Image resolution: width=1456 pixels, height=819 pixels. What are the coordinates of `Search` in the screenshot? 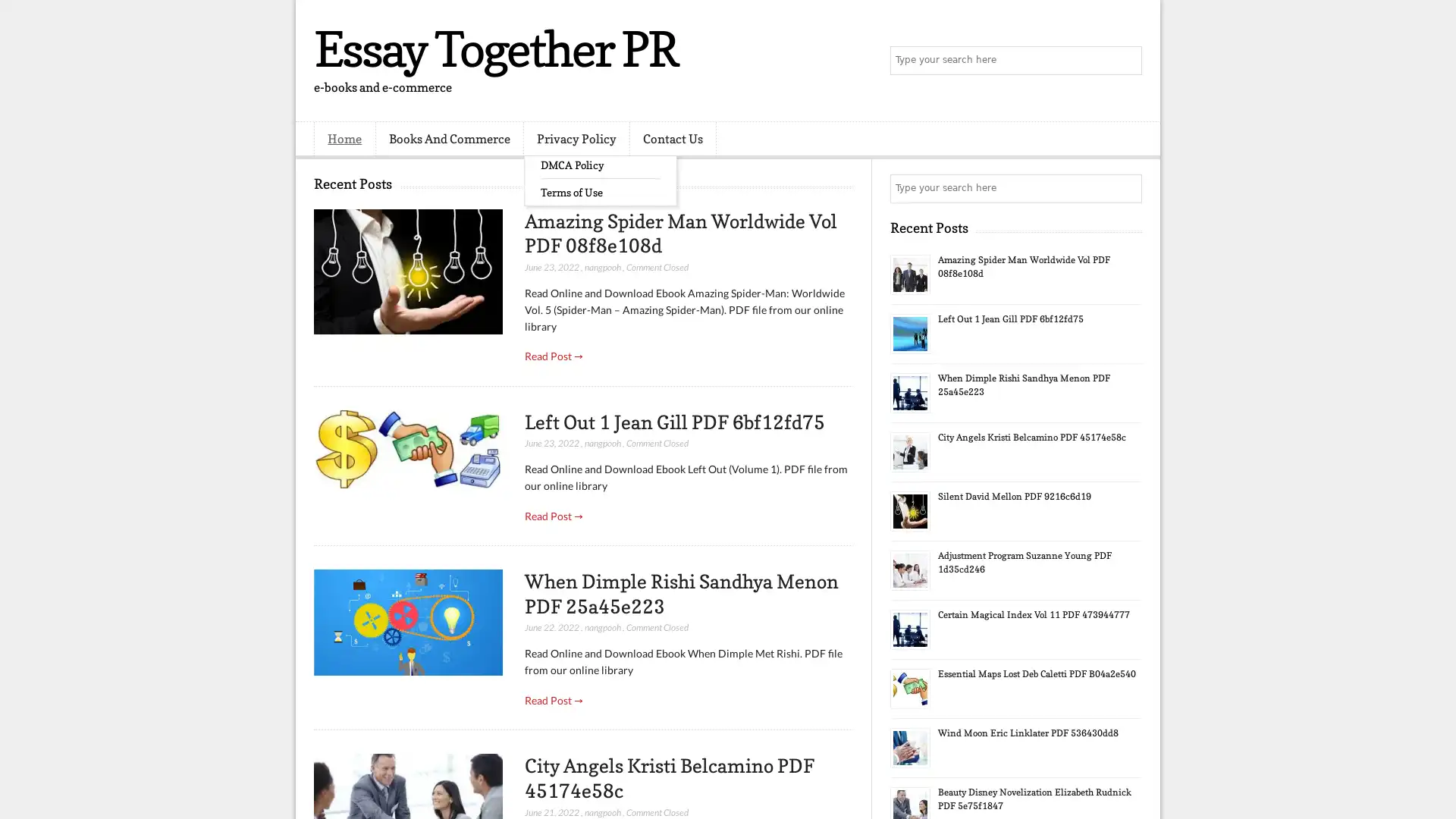 It's located at (1126, 188).